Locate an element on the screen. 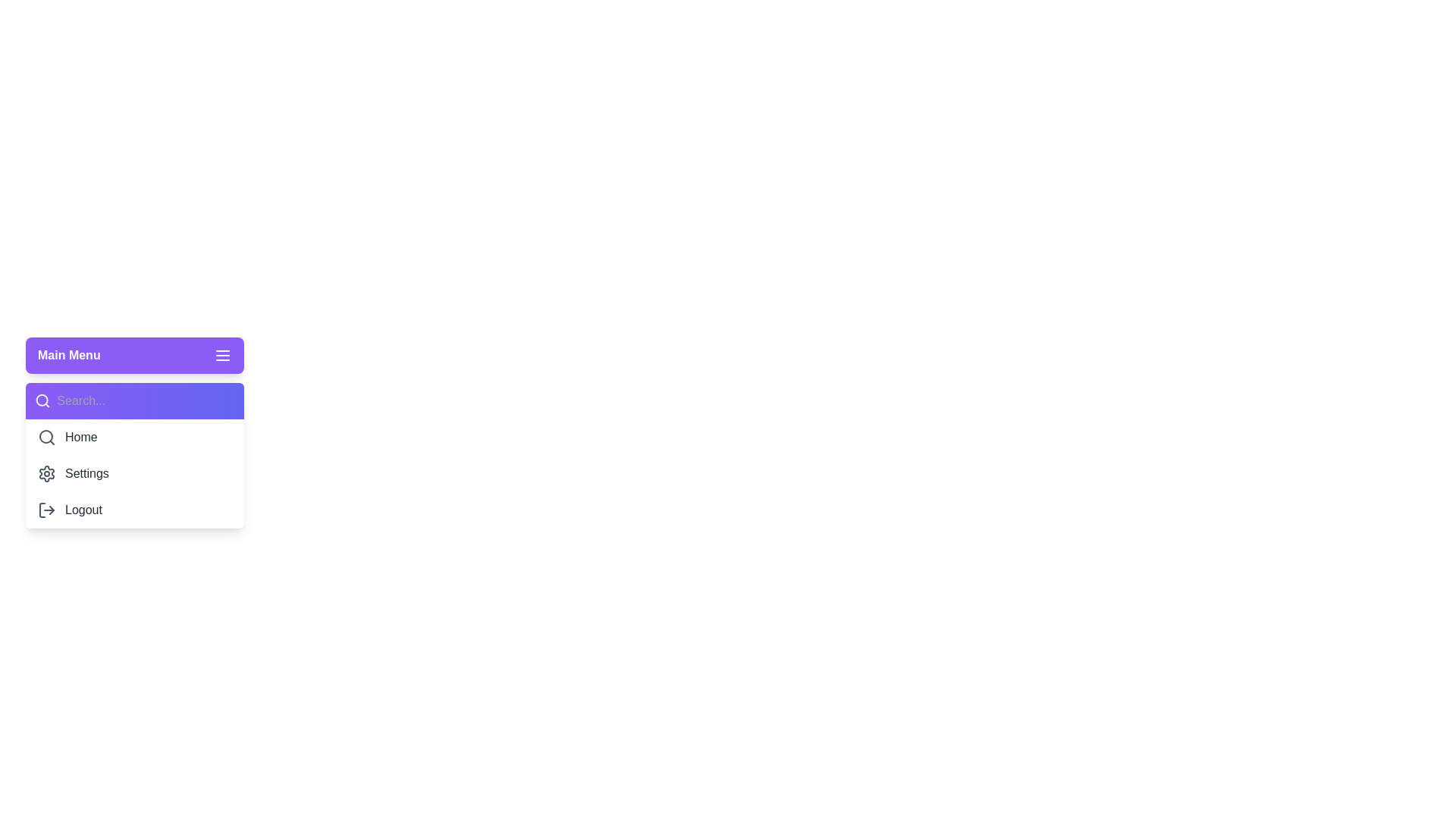 This screenshot has height=819, width=1456. the 'Settings' menu item to navigate to the Settings section is located at coordinates (134, 472).